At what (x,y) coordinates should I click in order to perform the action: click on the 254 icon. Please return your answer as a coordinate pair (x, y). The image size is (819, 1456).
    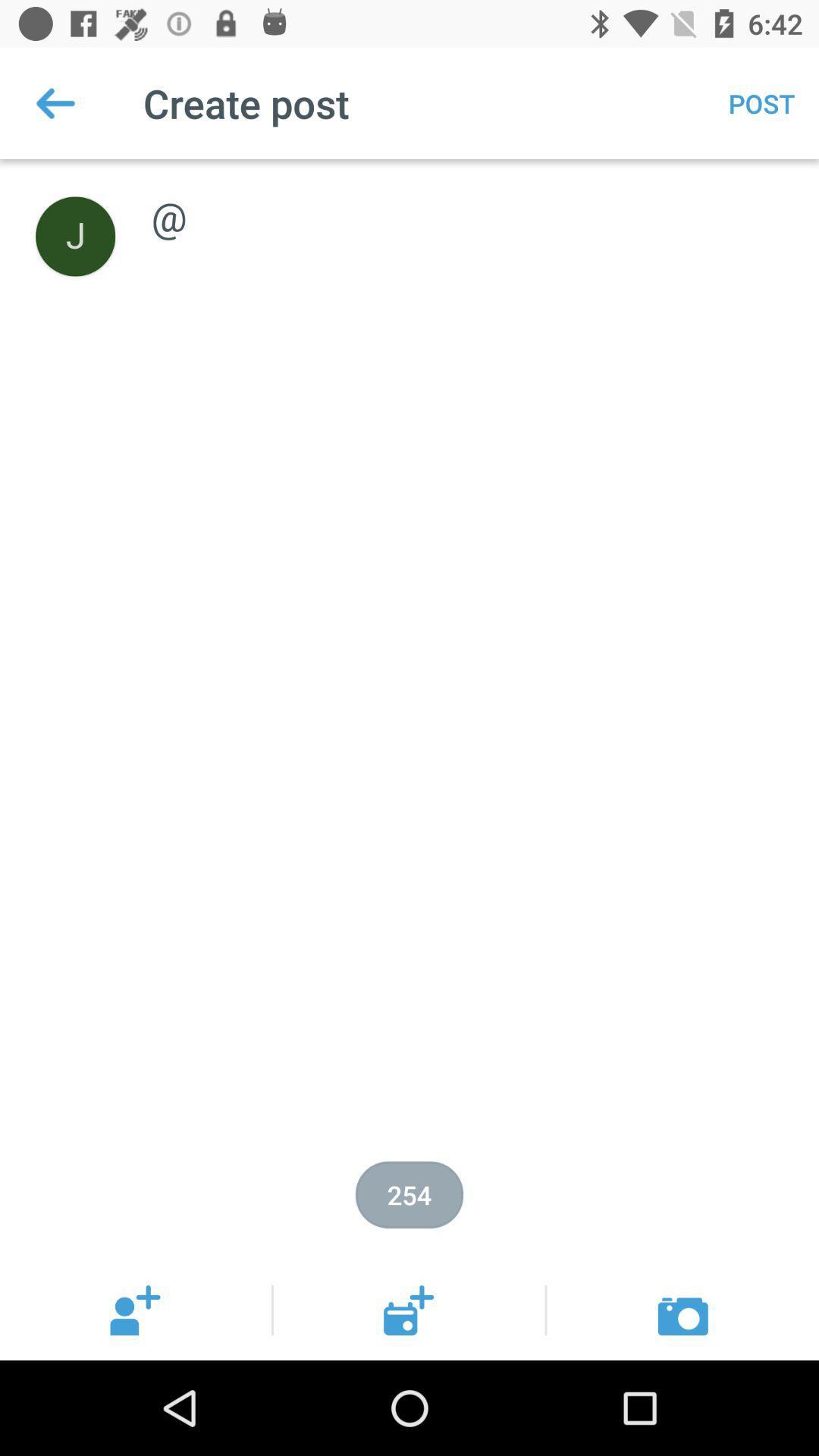
    Looking at the image, I should click on (409, 1194).